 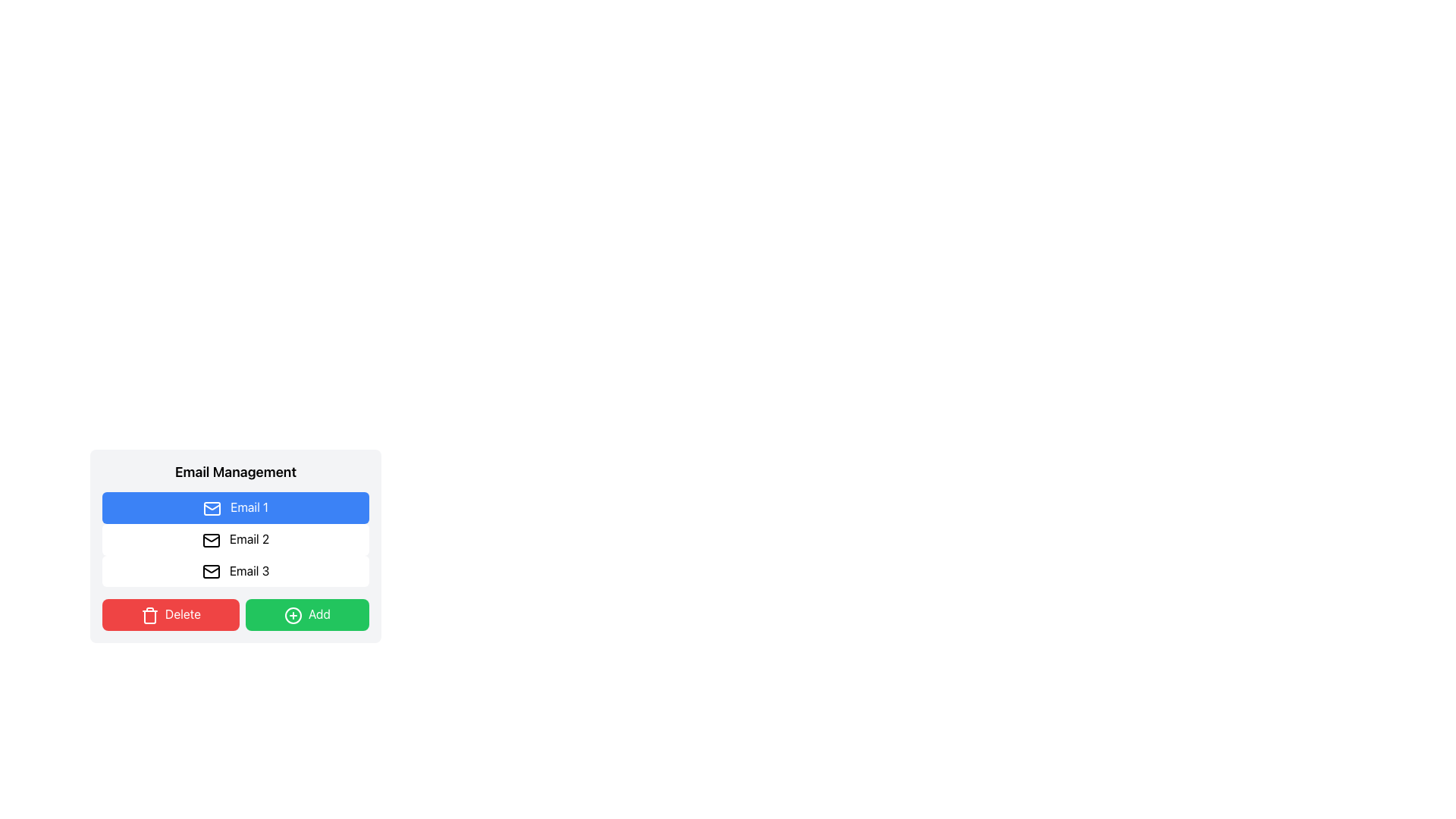 I want to click on the third email entry in the 'Email Management' panel, so click(x=235, y=570).